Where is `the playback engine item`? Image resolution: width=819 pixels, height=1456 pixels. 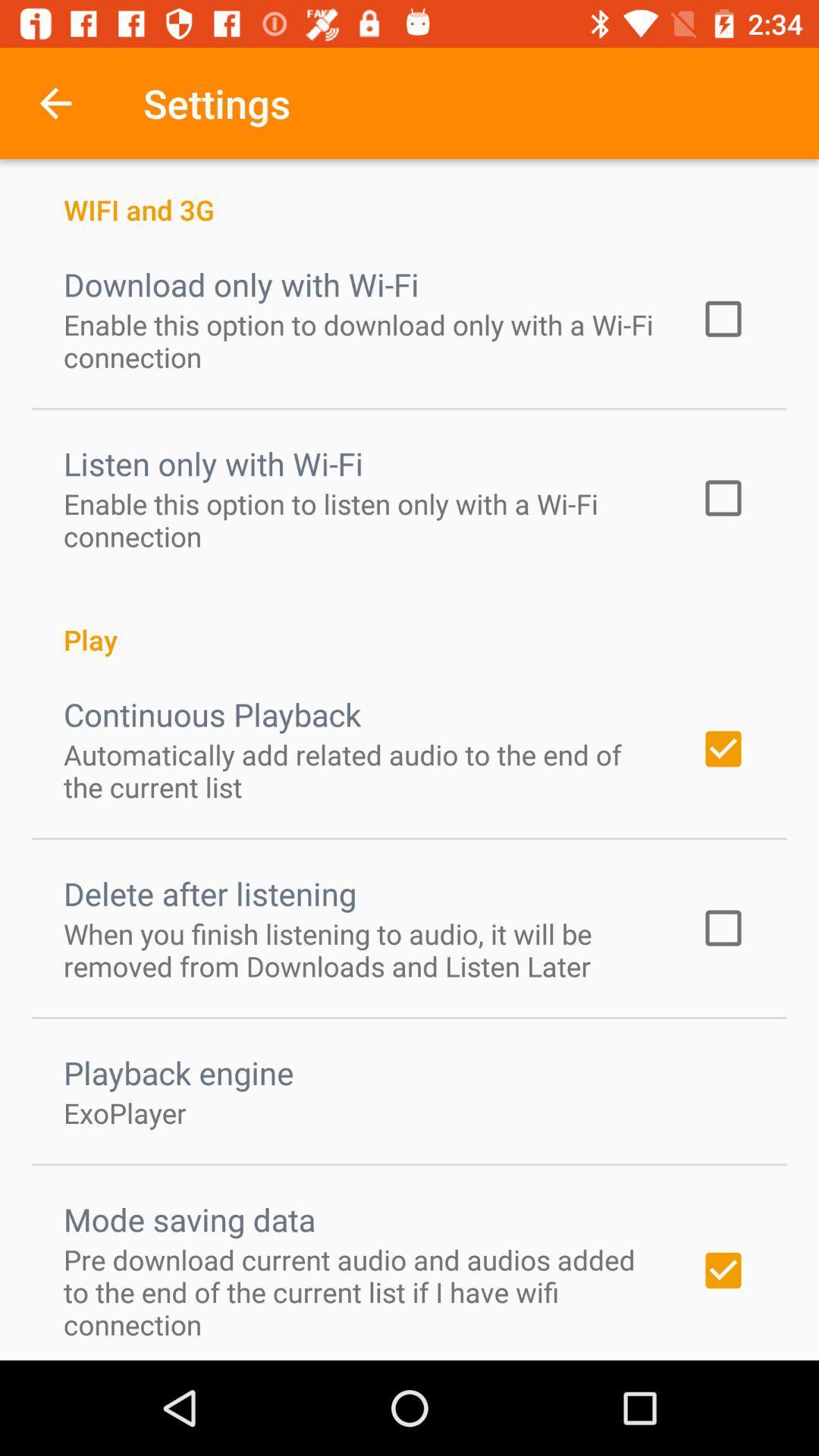
the playback engine item is located at coordinates (177, 1072).